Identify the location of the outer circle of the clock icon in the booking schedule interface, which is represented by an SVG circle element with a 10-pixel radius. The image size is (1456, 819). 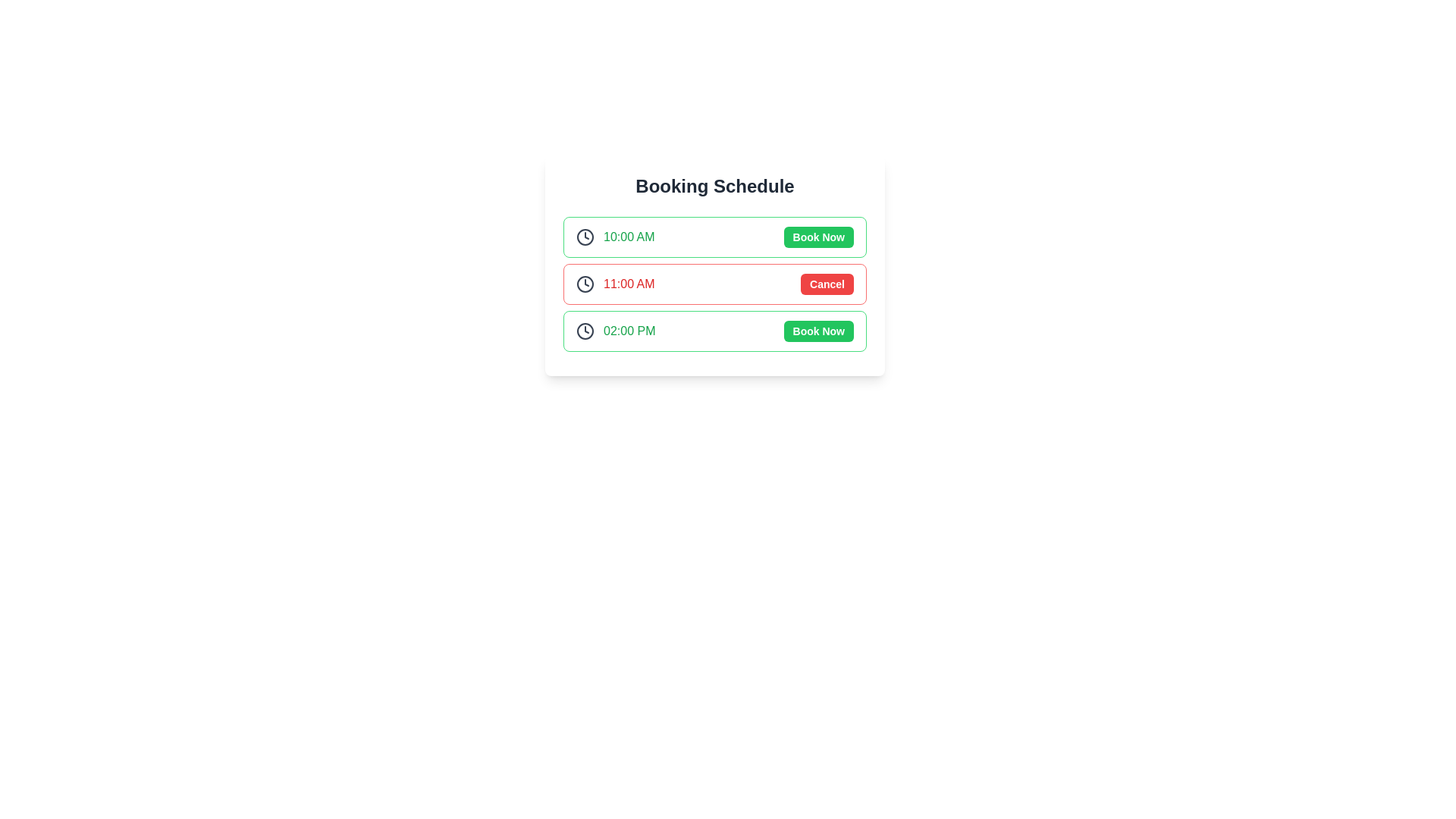
(585, 330).